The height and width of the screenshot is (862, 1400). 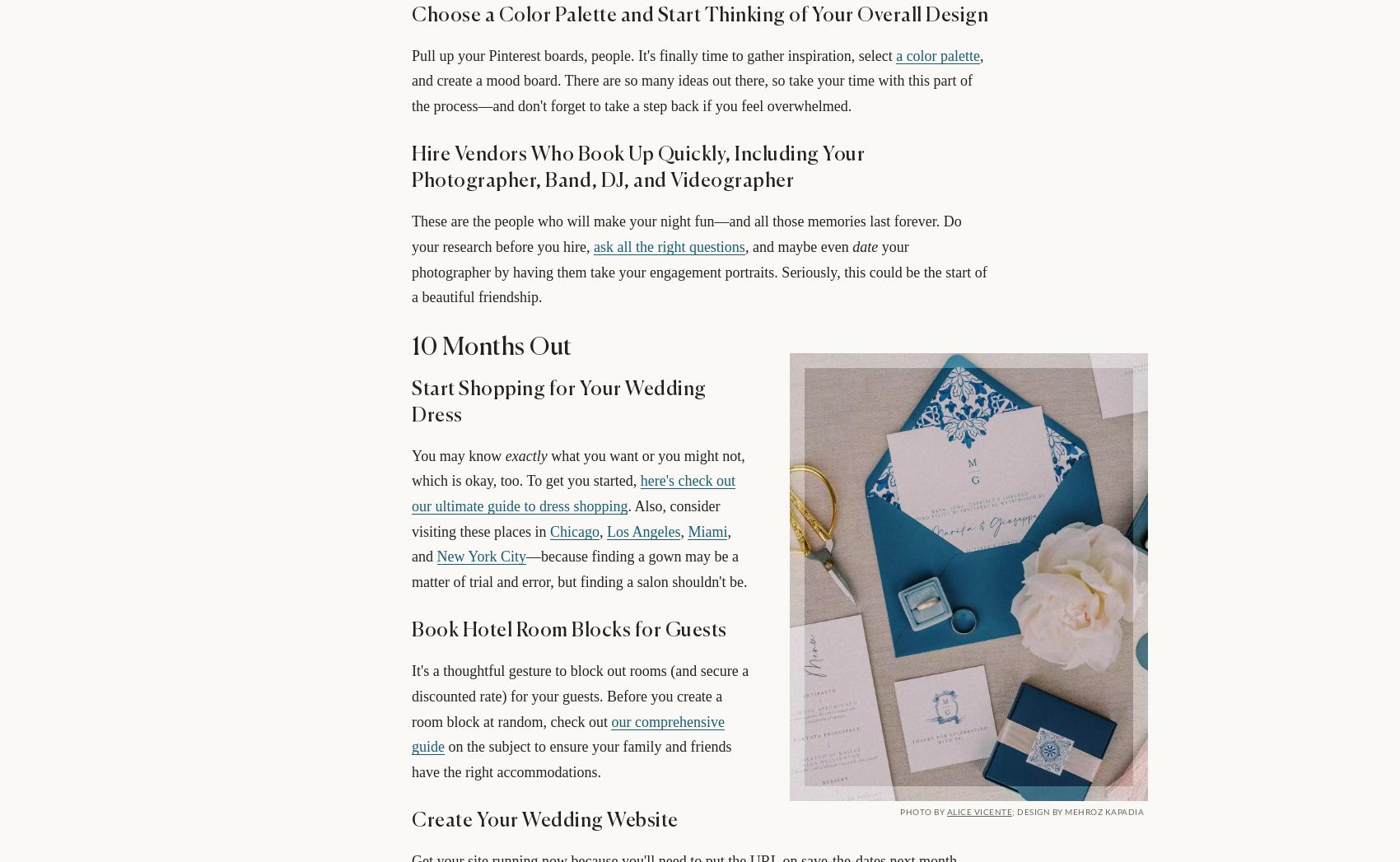 What do you see at coordinates (411, 234) in the screenshot?
I see `'These are the people who will make your night fun—and all those memories last forever. Do your research before you hire,'` at bounding box center [411, 234].